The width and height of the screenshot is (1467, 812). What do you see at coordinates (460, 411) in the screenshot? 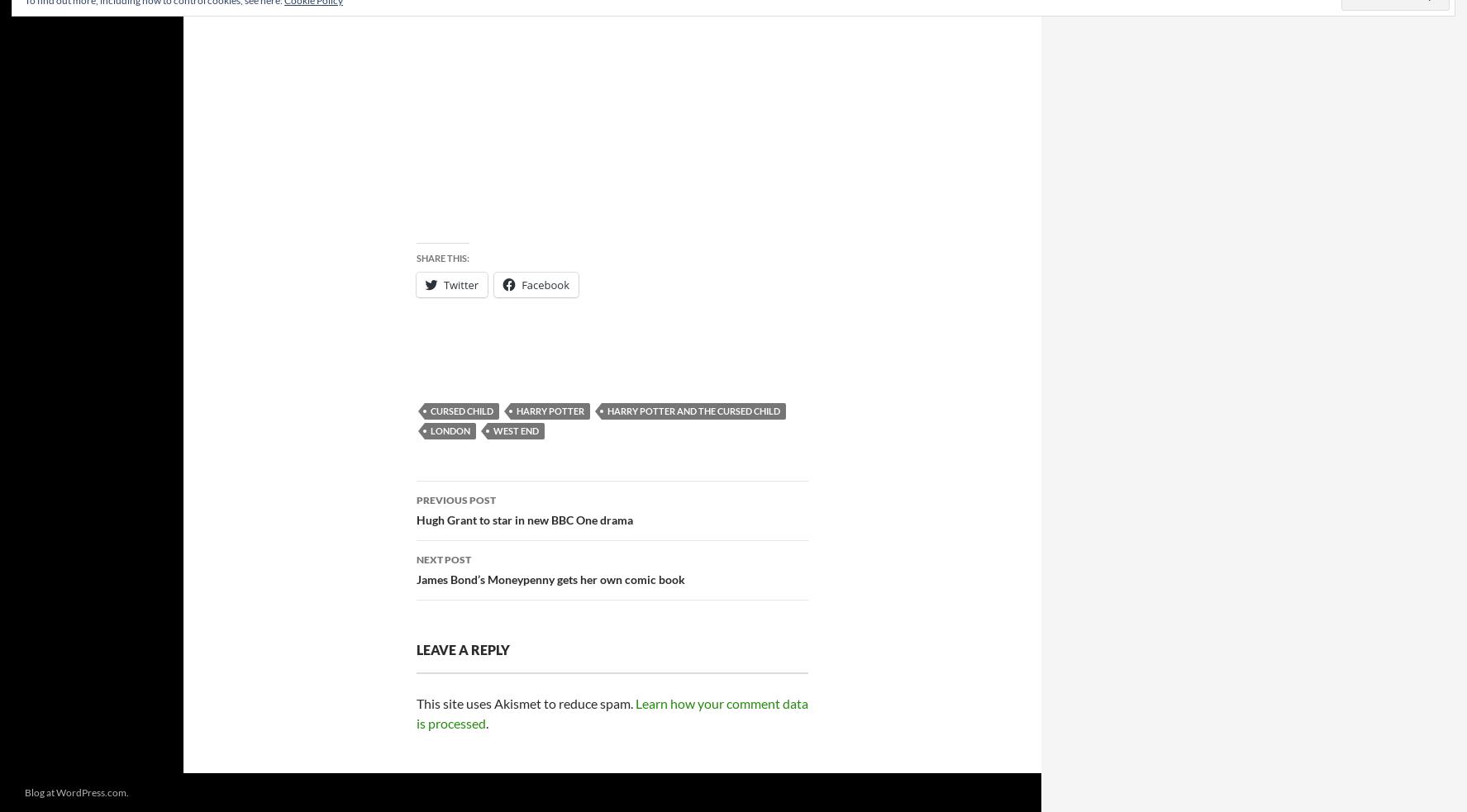
I see `'Cursed Child'` at bounding box center [460, 411].